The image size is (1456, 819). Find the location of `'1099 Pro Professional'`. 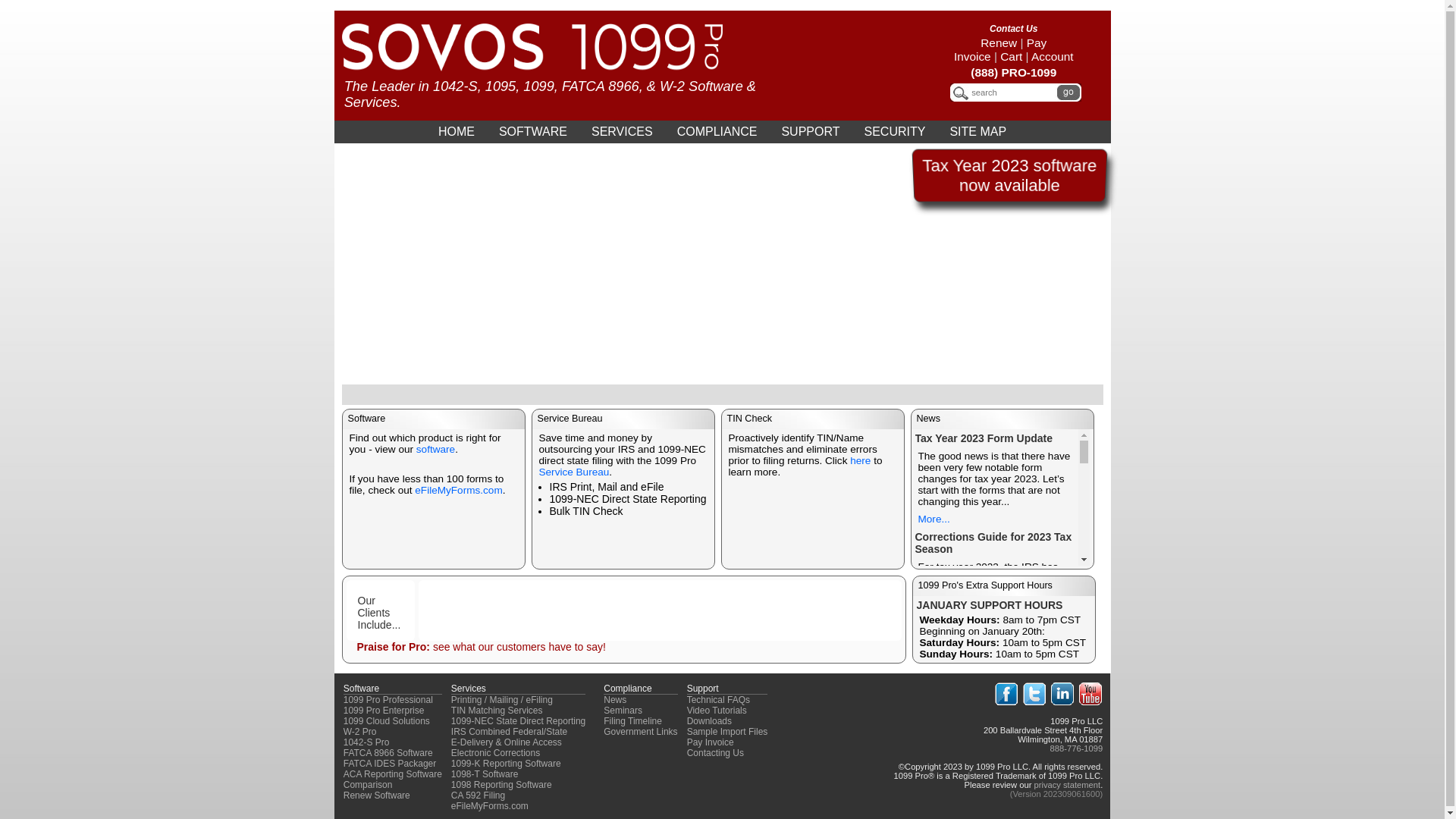

'1099 Pro Professional' is located at coordinates (388, 699).